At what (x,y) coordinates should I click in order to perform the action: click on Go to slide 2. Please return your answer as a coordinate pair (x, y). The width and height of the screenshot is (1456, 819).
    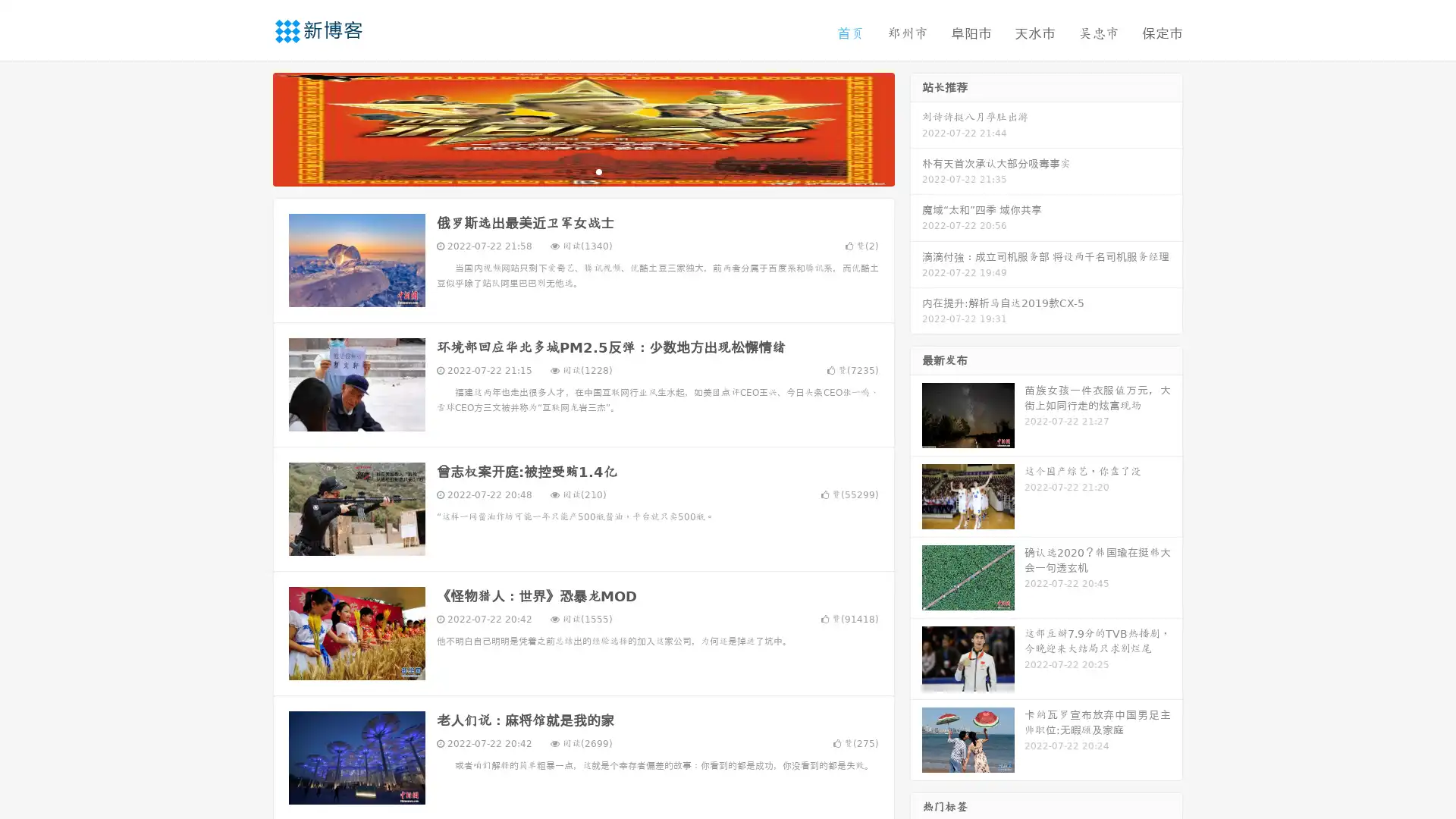
    Looking at the image, I should click on (582, 171).